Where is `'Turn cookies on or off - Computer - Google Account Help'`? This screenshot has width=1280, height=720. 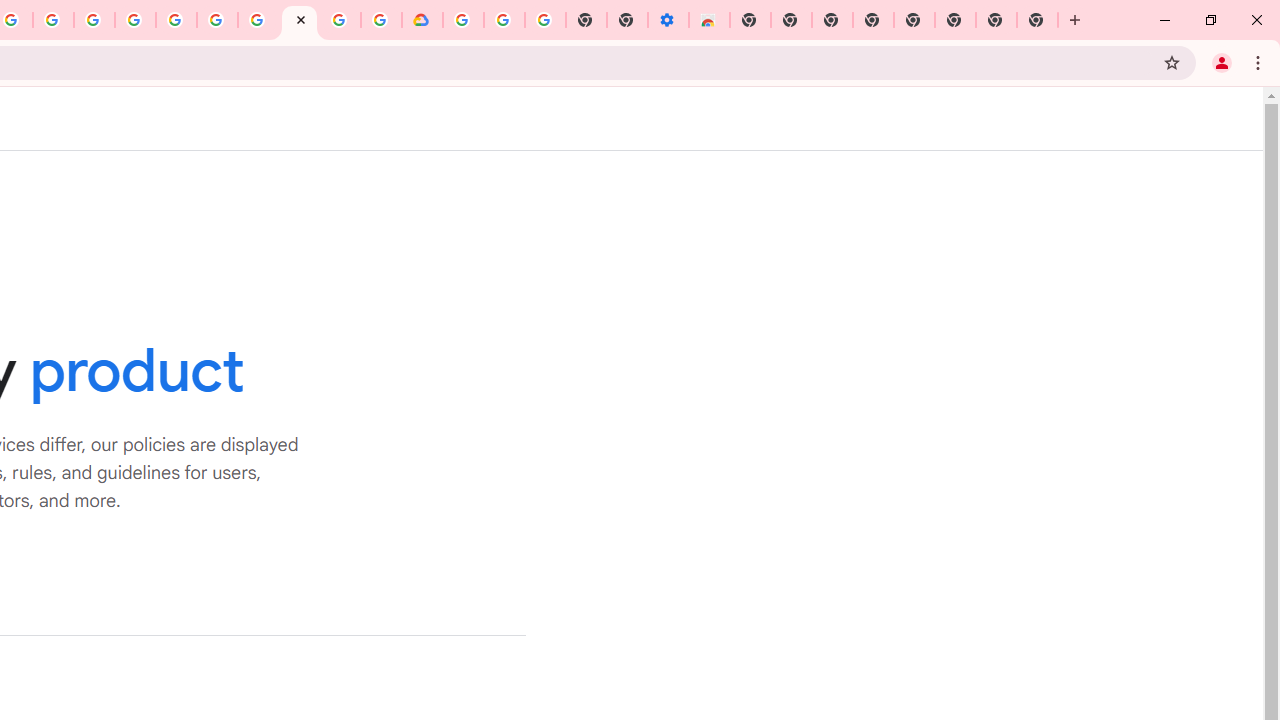
'Turn cookies on or off - Computer - Google Account Help' is located at coordinates (545, 20).